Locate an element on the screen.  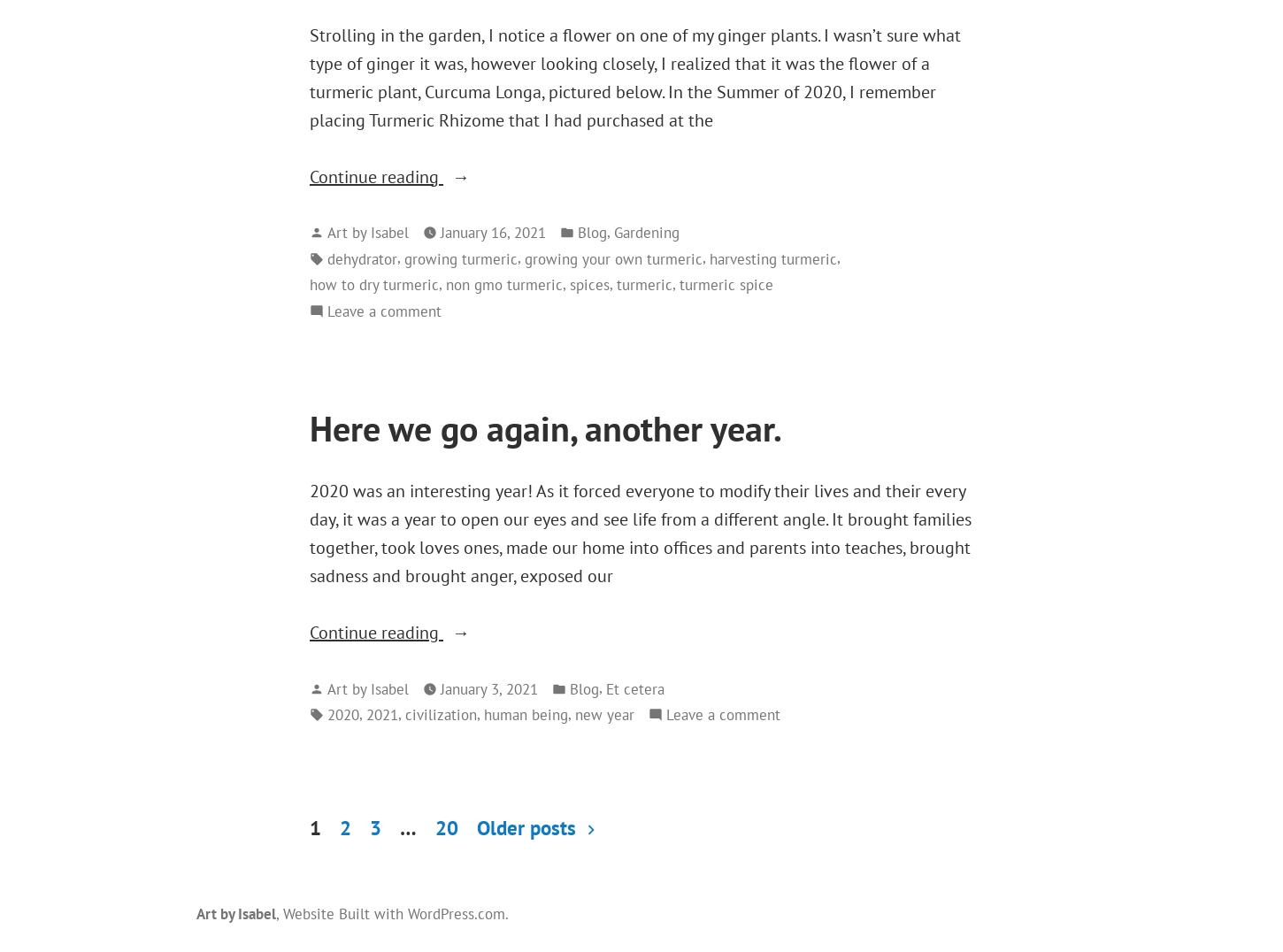
'2020' is located at coordinates (342, 714).